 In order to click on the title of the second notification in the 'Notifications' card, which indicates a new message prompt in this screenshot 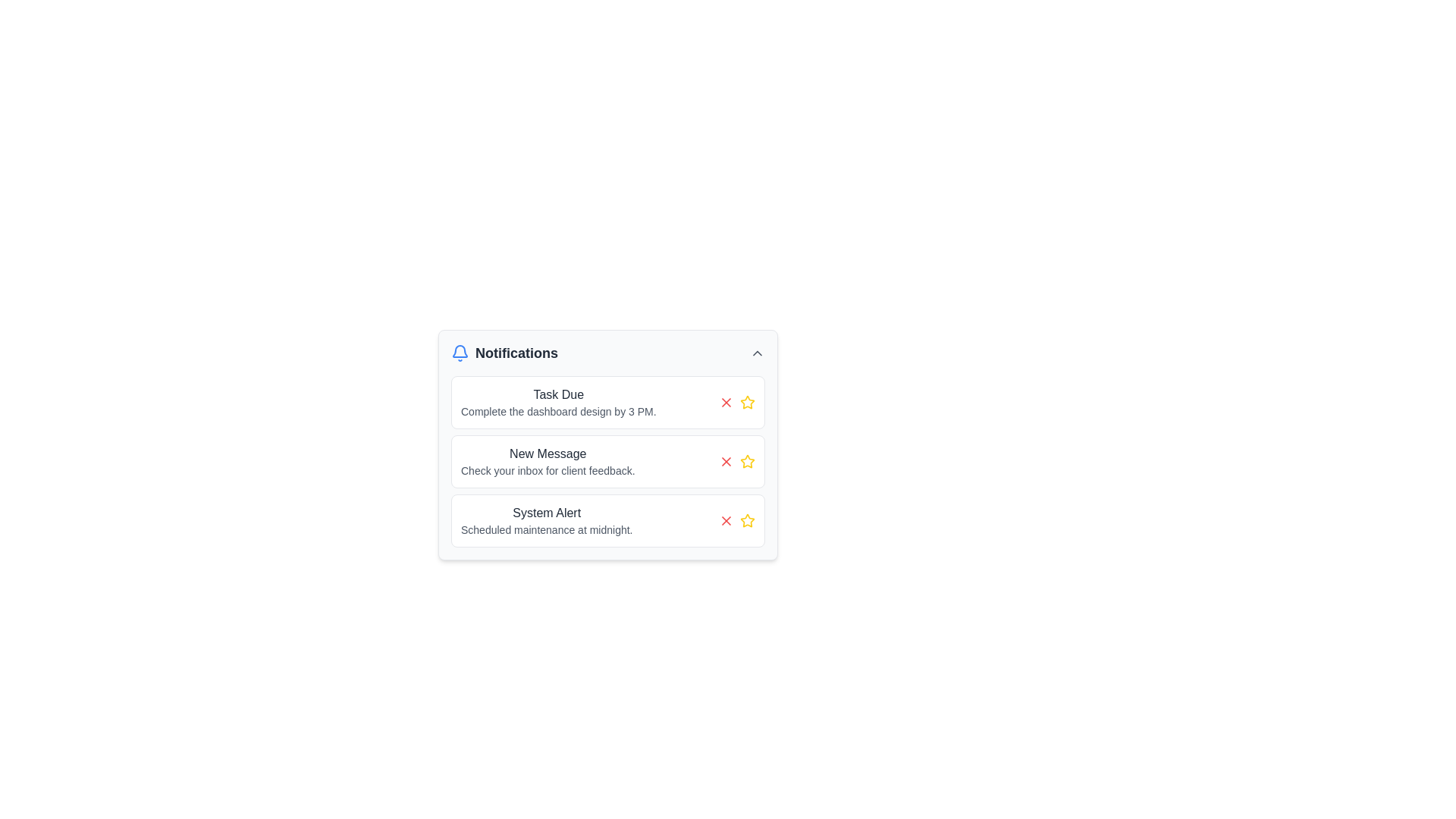, I will do `click(547, 453)`.